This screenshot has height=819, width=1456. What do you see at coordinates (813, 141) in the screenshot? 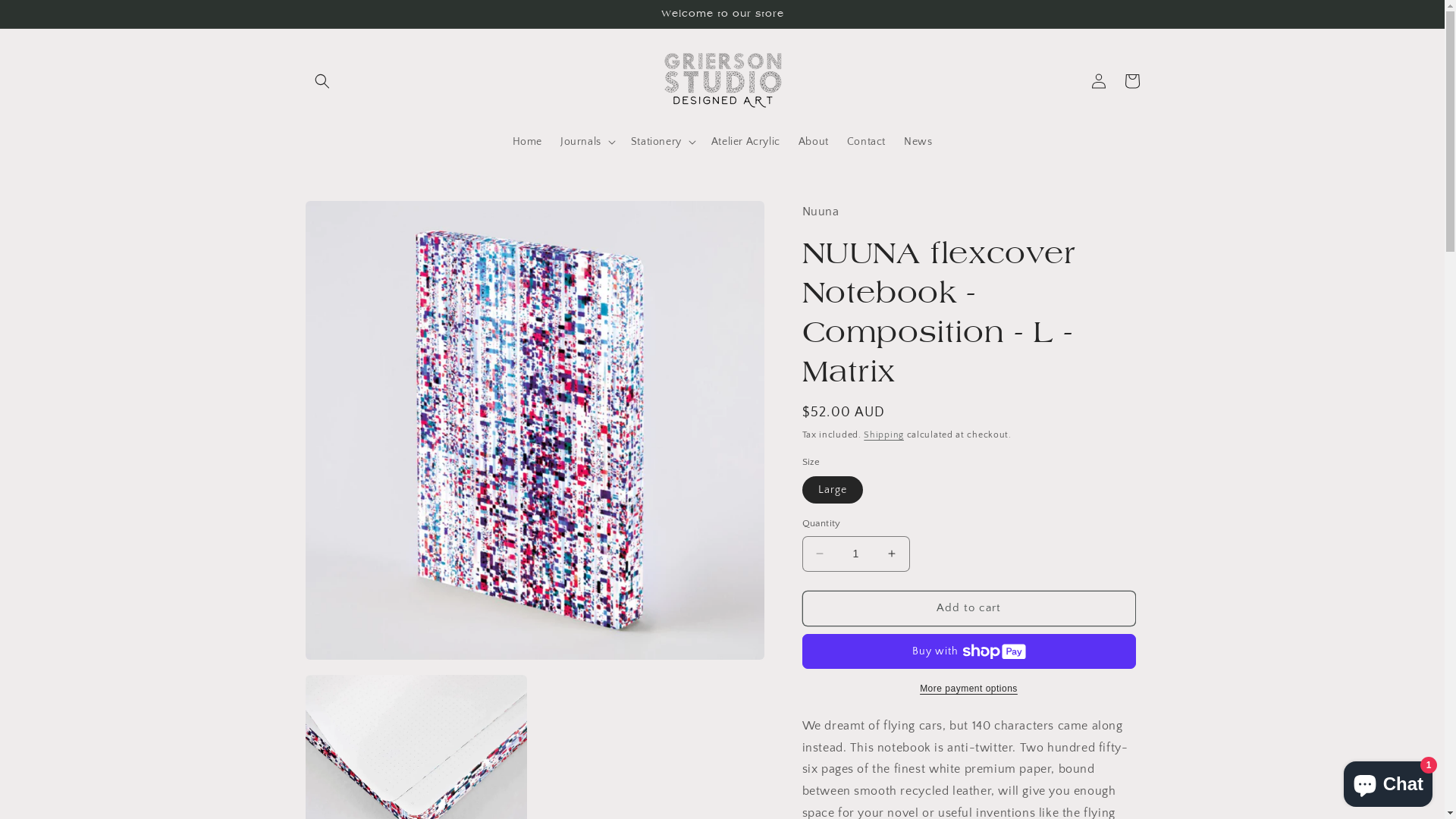
I see `'About'` at bounding box center [813, 141].